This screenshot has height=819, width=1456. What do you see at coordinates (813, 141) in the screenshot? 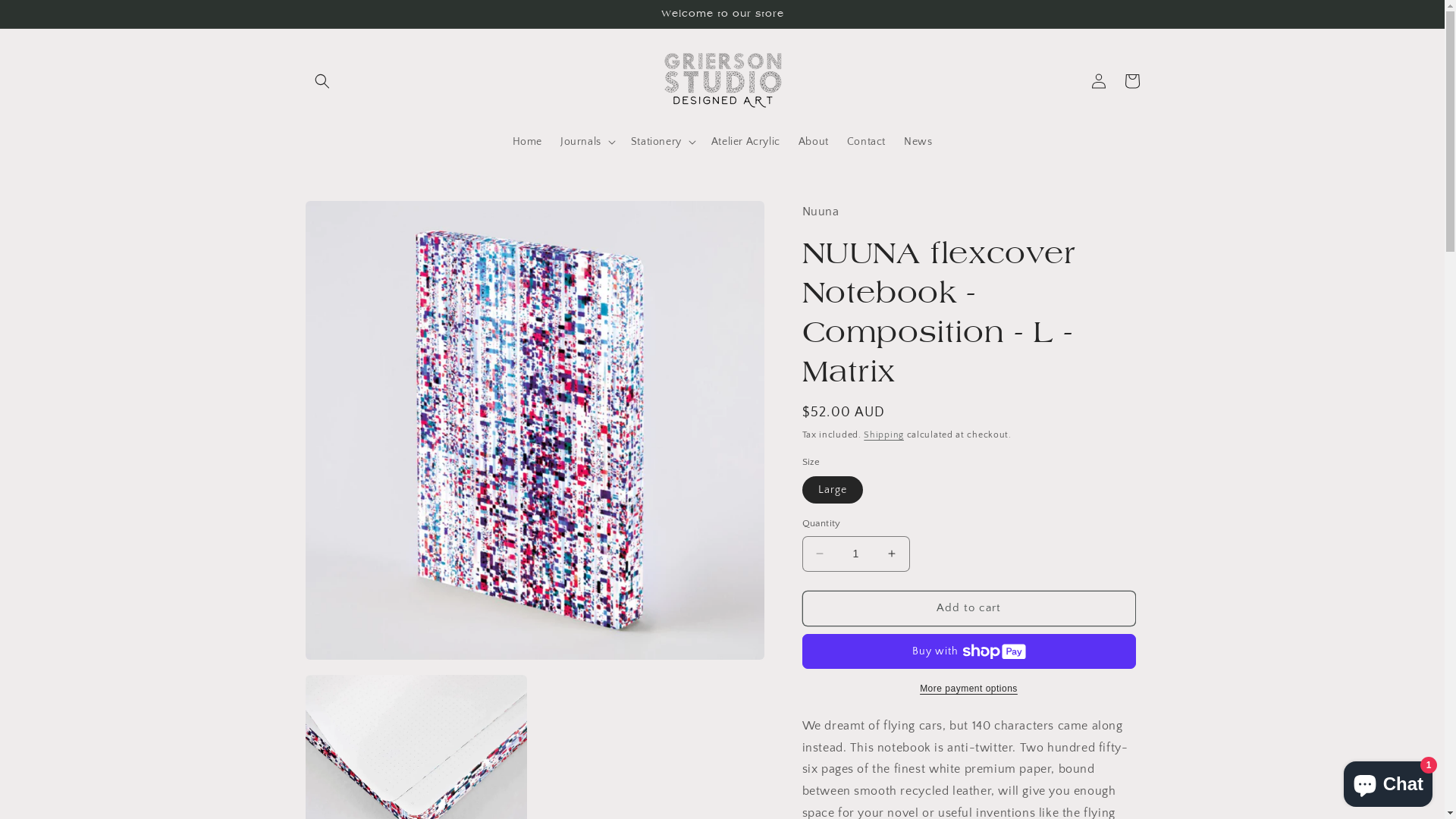
I see `'About'` at bounding box center [813, 141].